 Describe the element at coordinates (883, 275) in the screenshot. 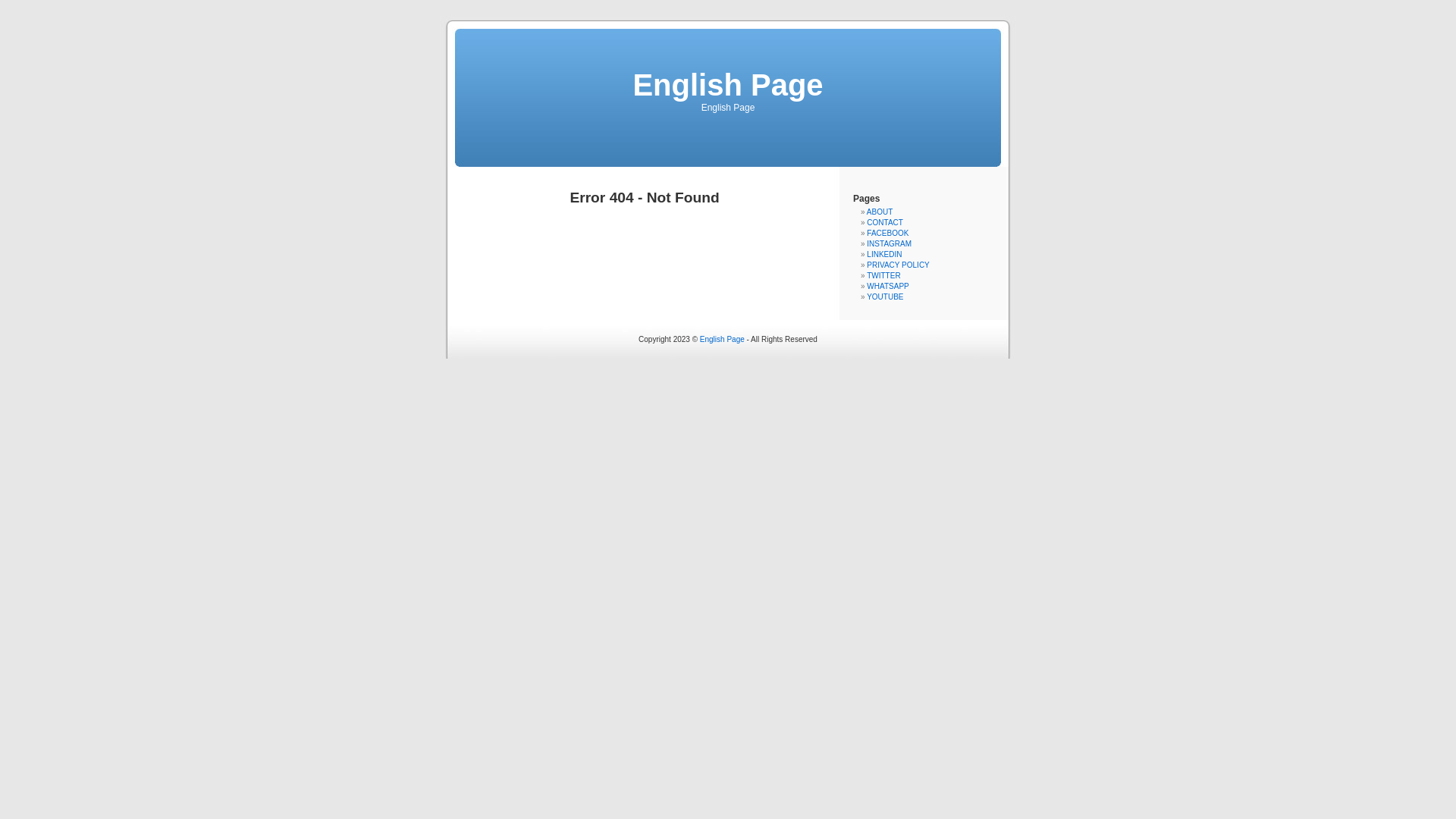

I see `'TWITTER'` at that location.